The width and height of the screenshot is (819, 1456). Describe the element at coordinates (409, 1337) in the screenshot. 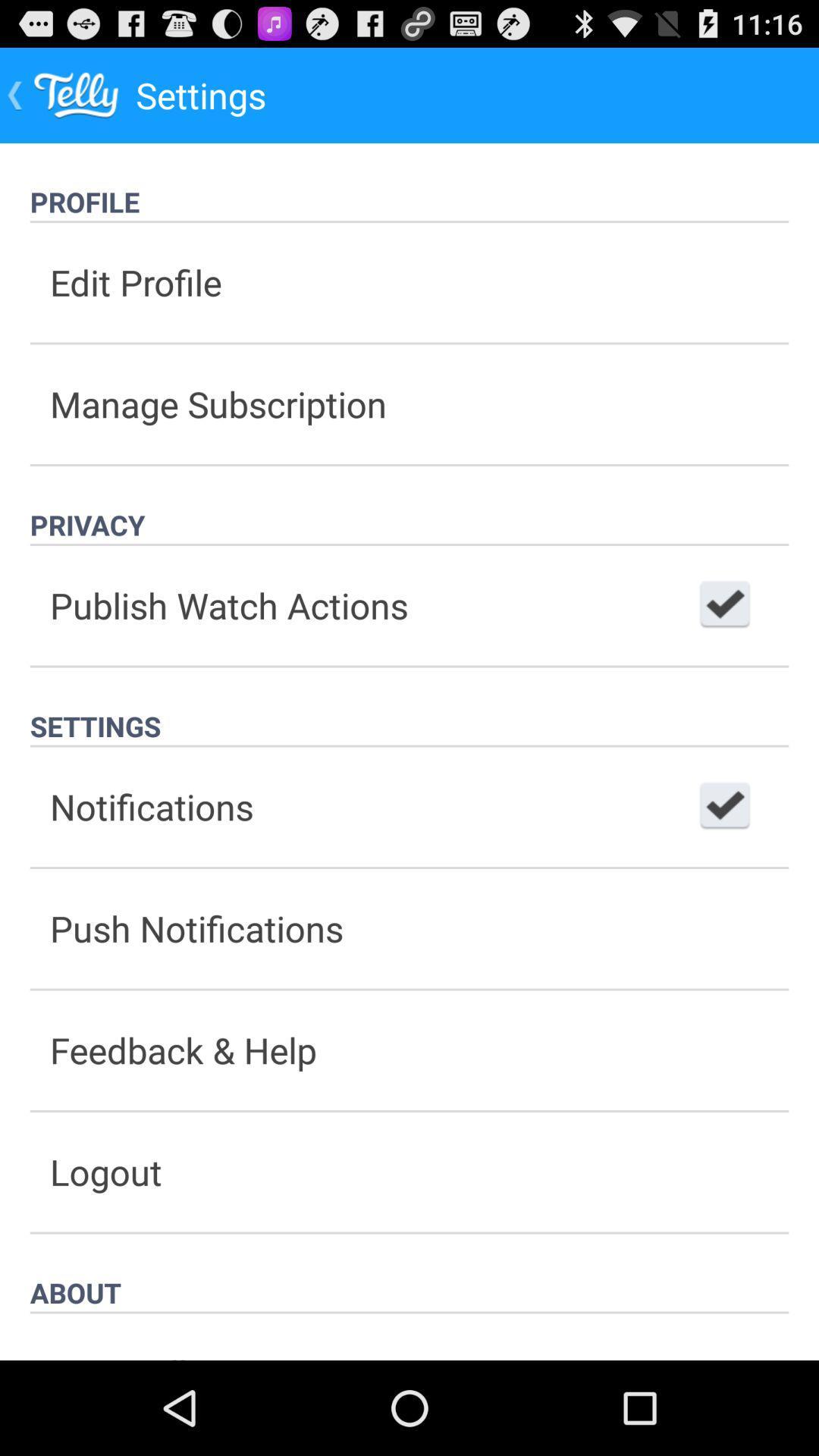

I see `the rate telly item` at that location.